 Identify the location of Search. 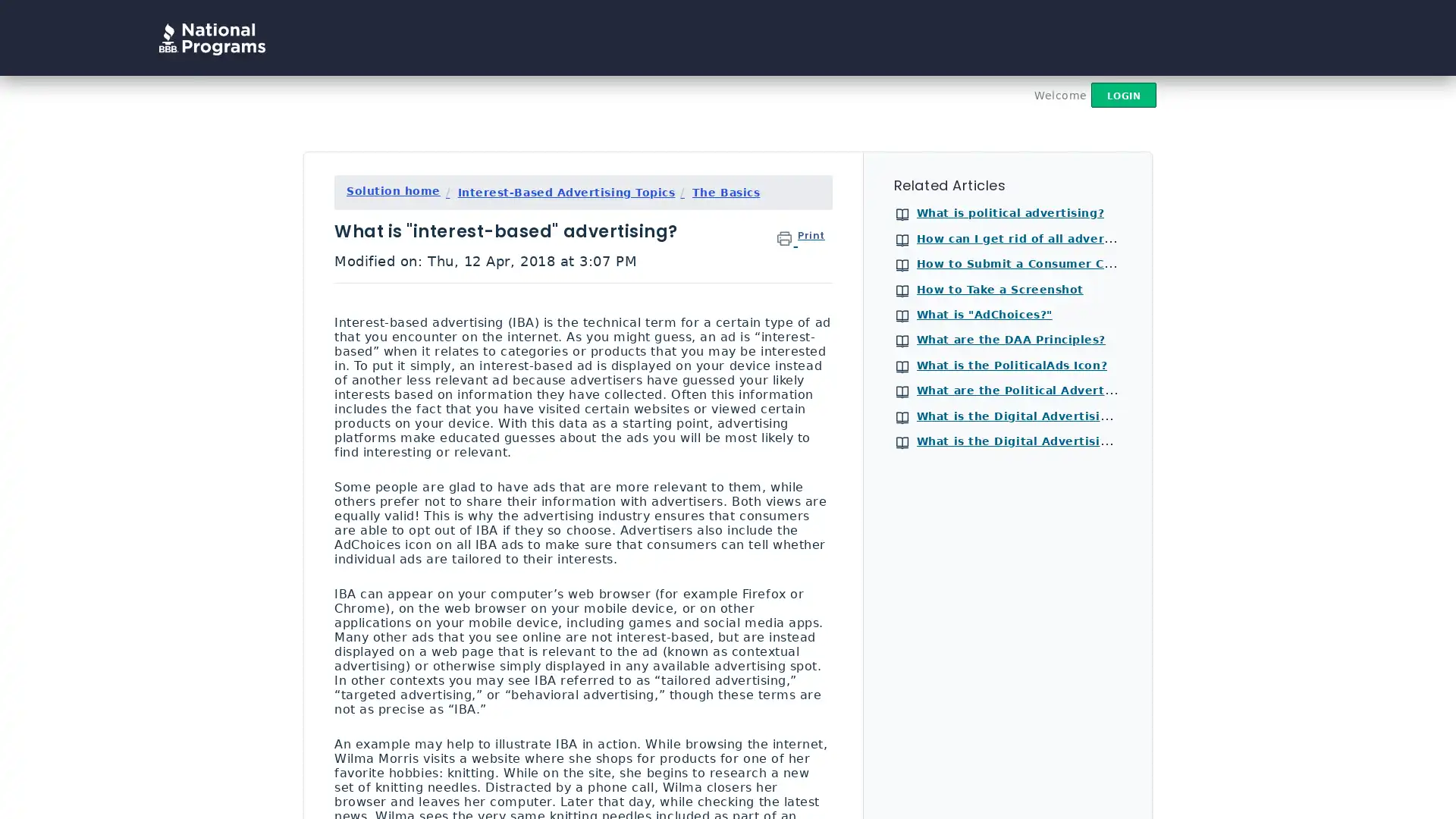
(334, 57).